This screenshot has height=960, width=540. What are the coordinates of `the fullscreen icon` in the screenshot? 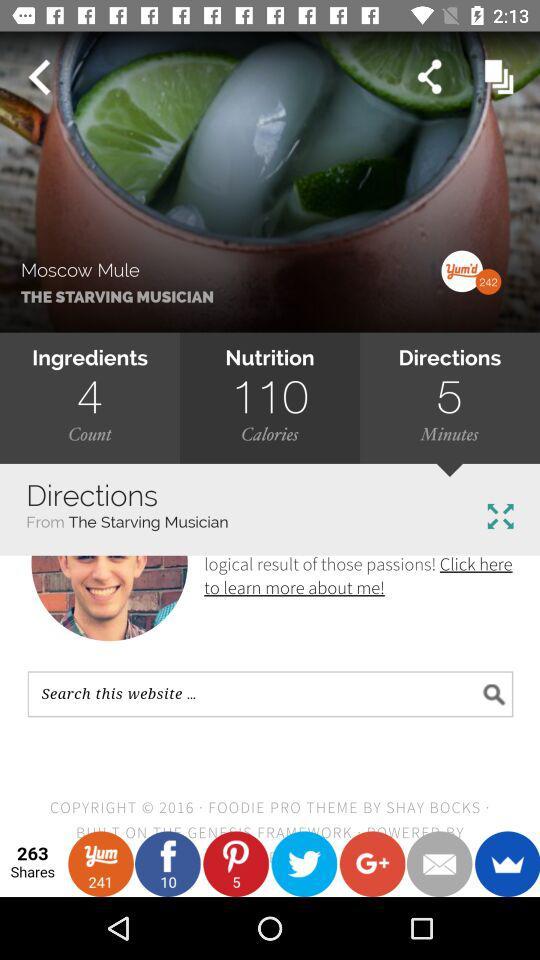 It's located at (499, 515).